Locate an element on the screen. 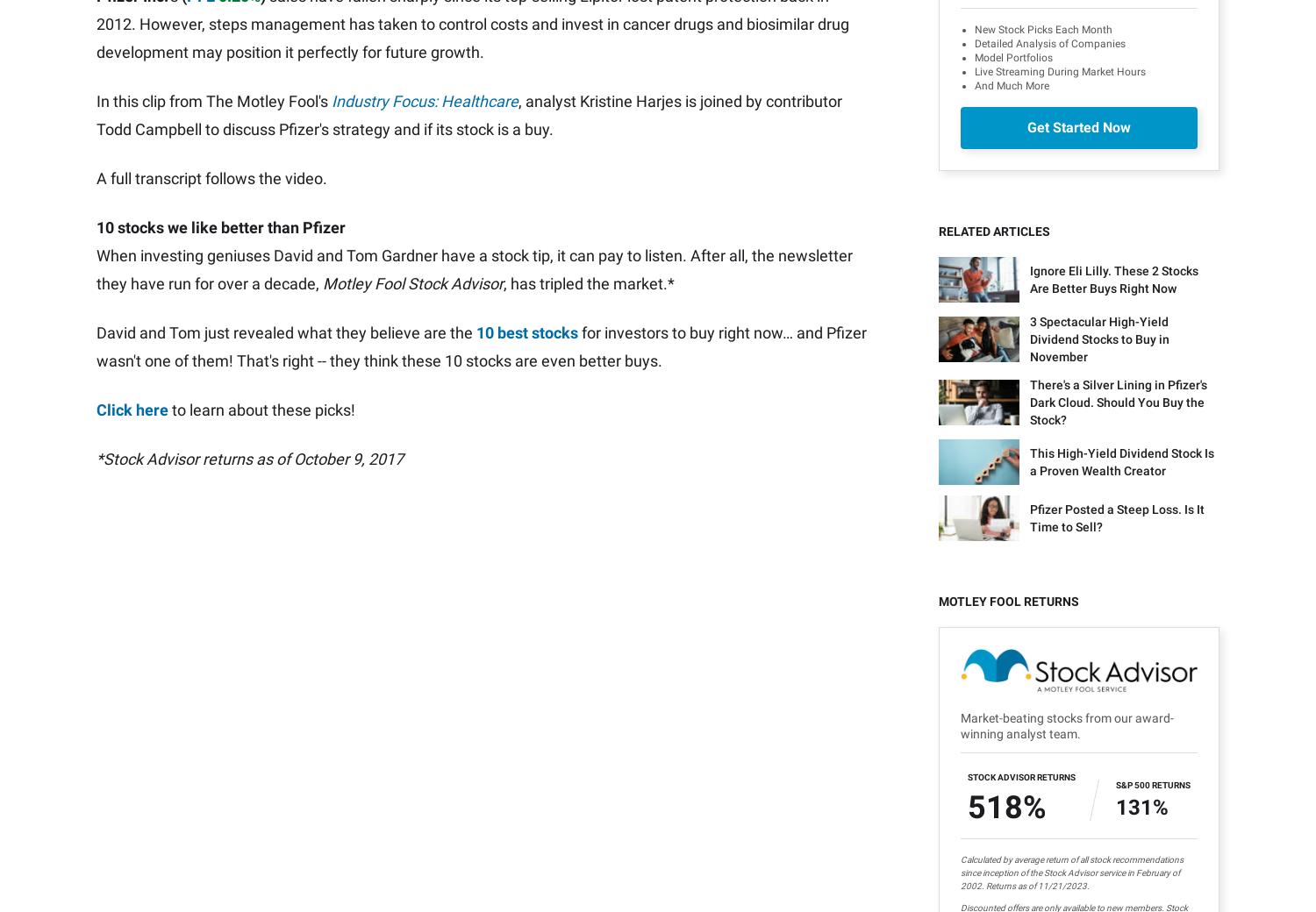 The height and width of the screenshot is (912, 1316). 'Todd Campbell' is located at coordinates (431, 104).